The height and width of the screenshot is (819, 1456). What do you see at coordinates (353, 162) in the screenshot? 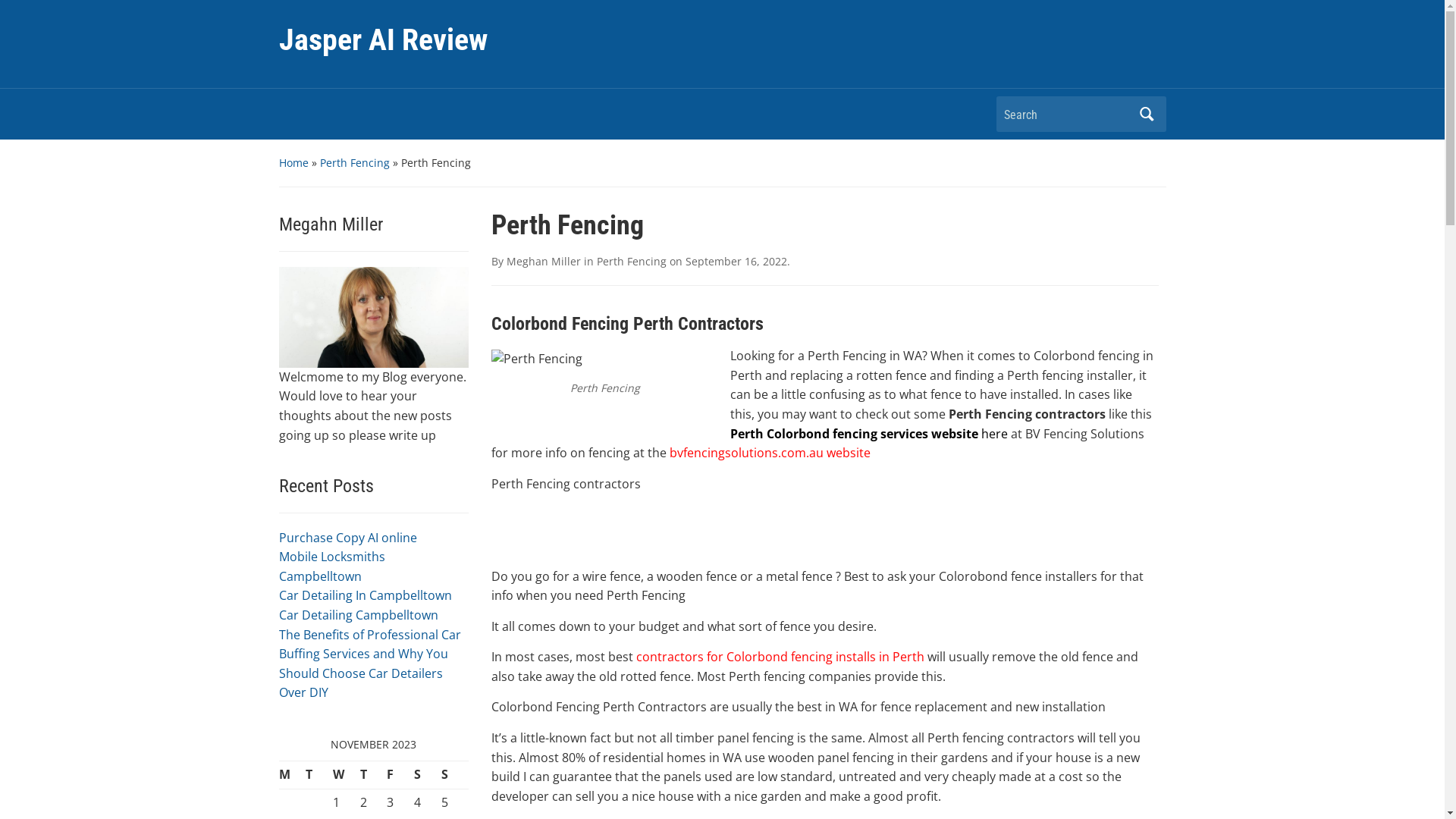
I see `'Perth Fencing'` at bounding box center [353, 162].